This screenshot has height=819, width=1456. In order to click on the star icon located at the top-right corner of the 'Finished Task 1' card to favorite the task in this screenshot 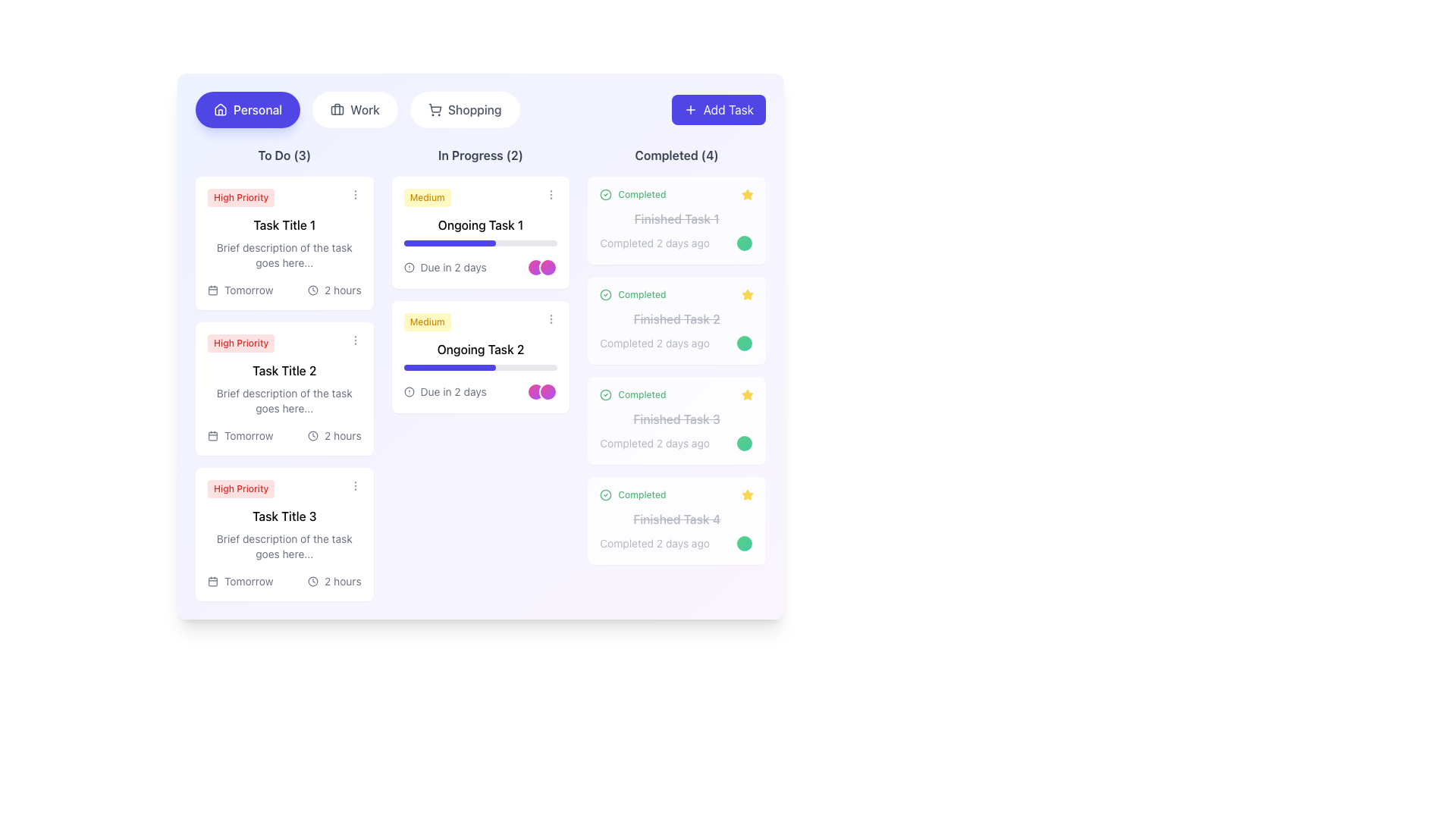, I will do `click(747, 494)`.